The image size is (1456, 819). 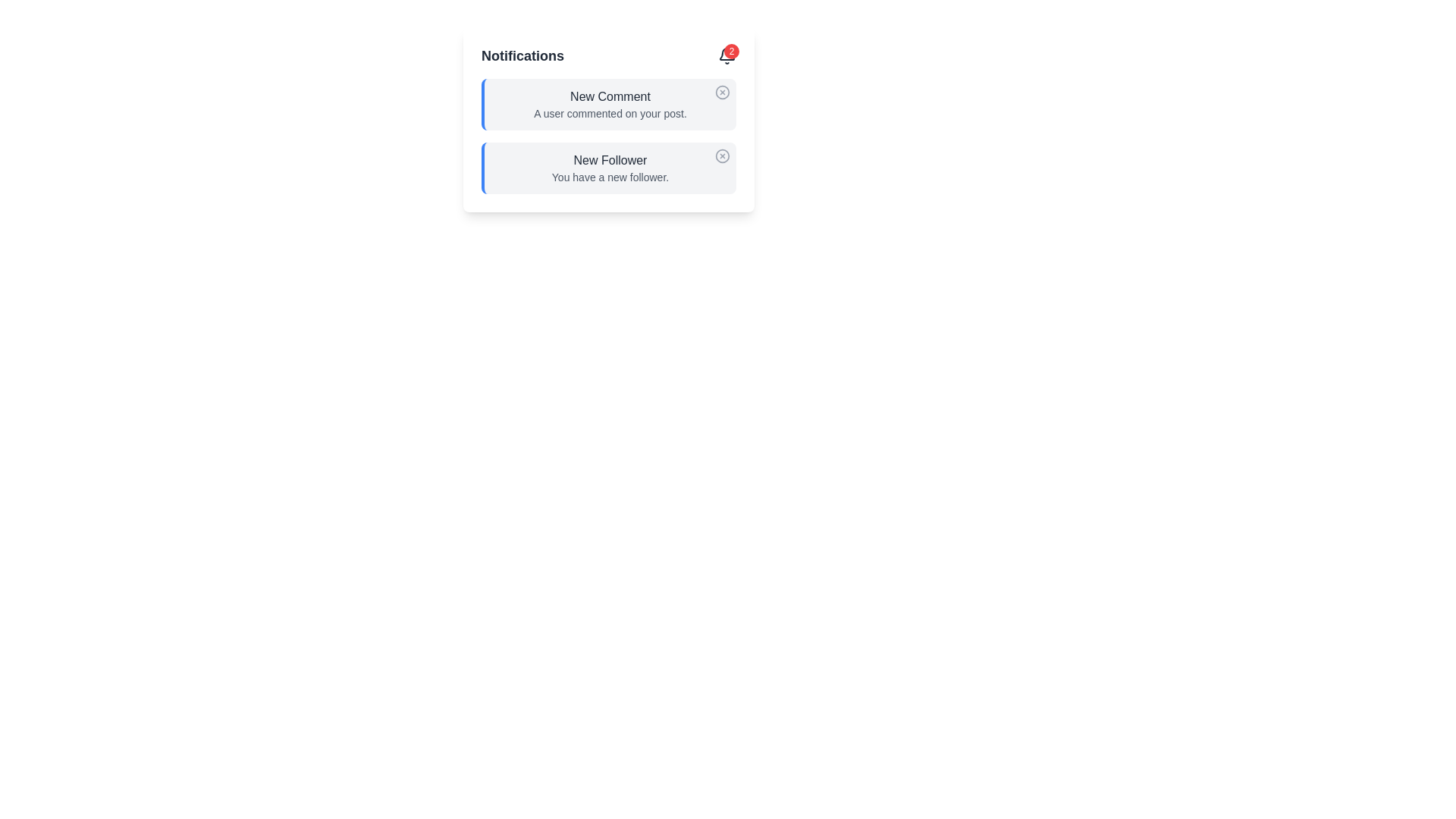 I want to click on the informational text label that displays a notification about a new comment on the user's post, located in the notifications panel, so click(x=610, y=113).